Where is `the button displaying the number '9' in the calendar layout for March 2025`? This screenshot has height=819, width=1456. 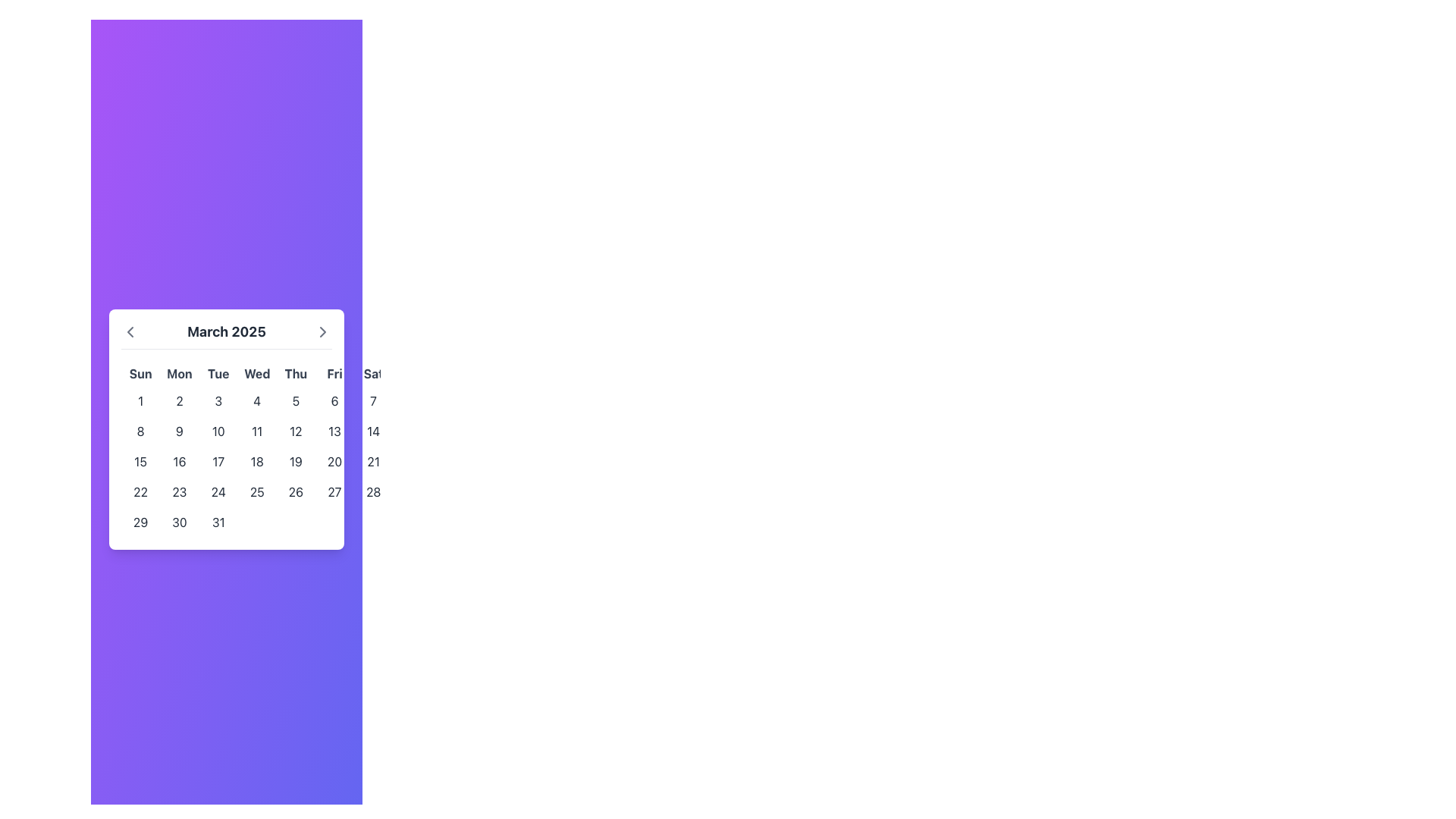 the button displaying the number '9' in the calendar layout for March 2025 is located at coordinates (179, 431).